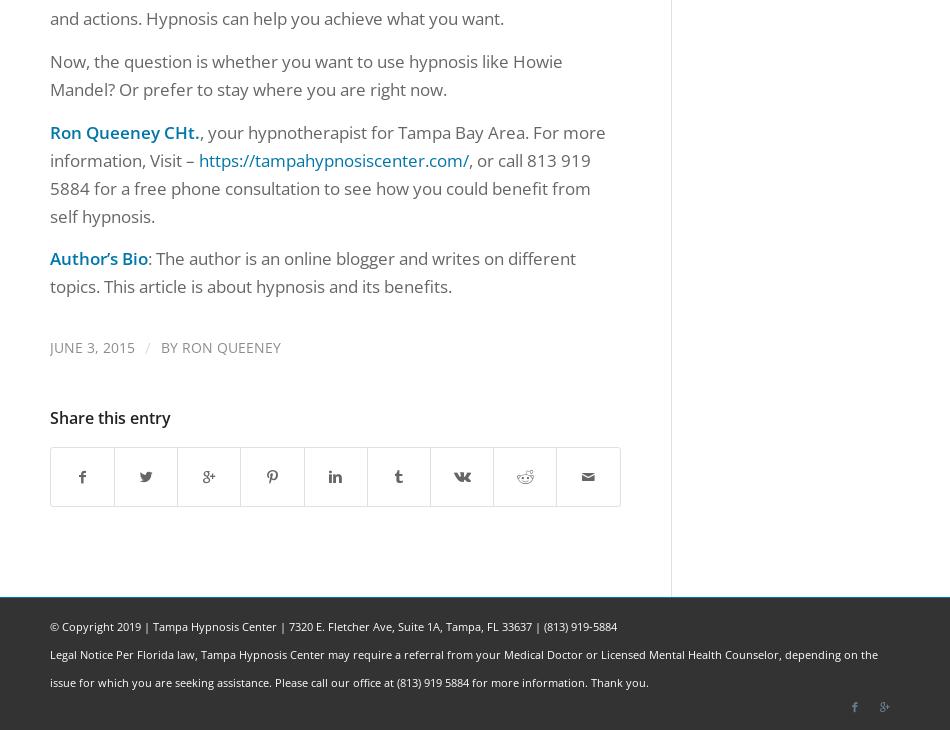 This screenshot has height=730, width=950. I want to click on '© Copyright 2019 | Tampa Hypnosis Center  | 7320 E. Fletcher Ave, Suite 1A, Tampa, FL 33637 | (813) 919-5884', so click(332, 626).